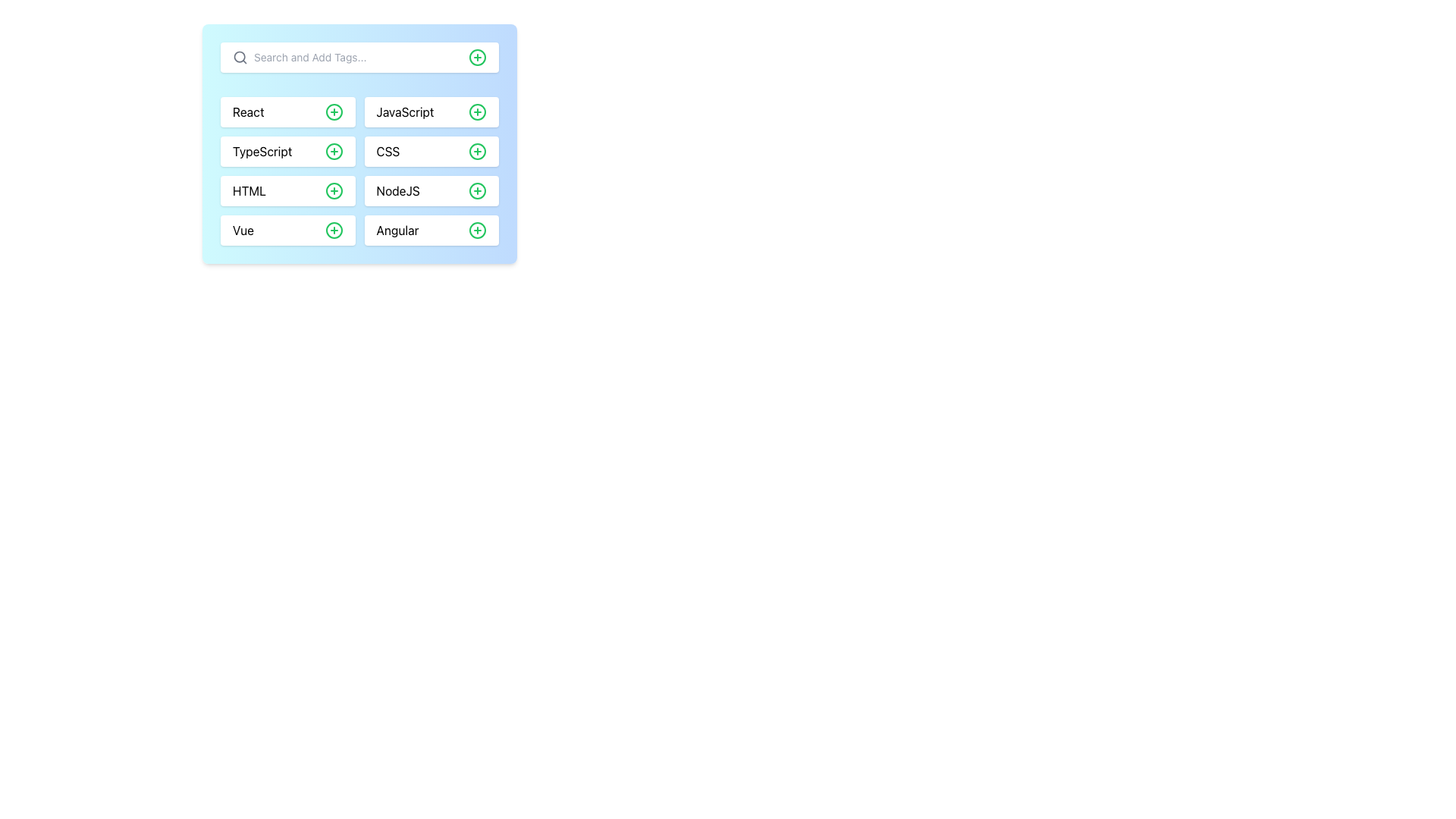 This screenshot has height=819, width=1456. I want to click on the green circular button with a plus symbol, located at the far right of the search bar interface, so click(476, 57).